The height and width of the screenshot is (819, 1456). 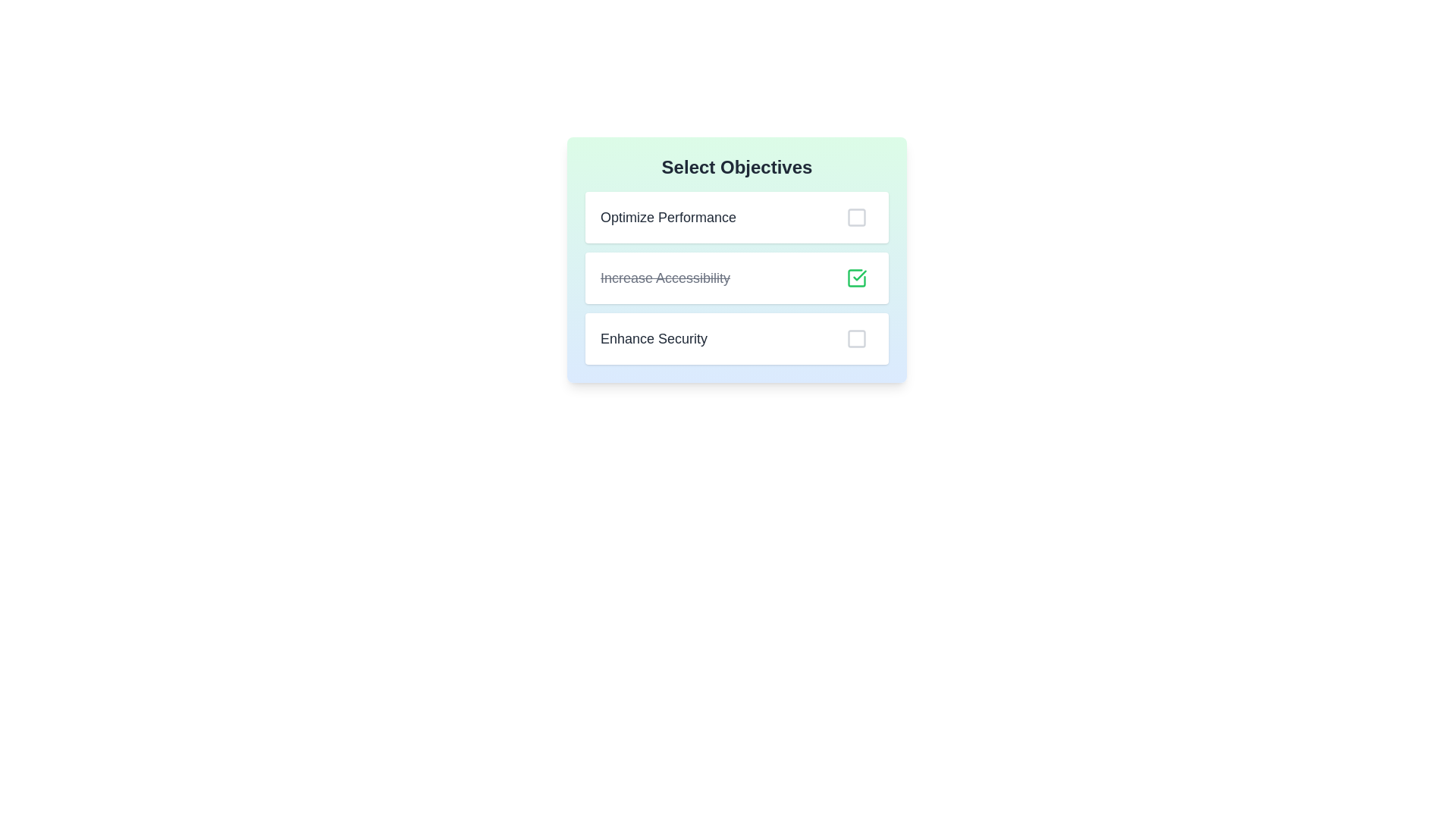 I want to click on the checkbox labeled 'Increase Accessibility', so click(x=736, y=278).